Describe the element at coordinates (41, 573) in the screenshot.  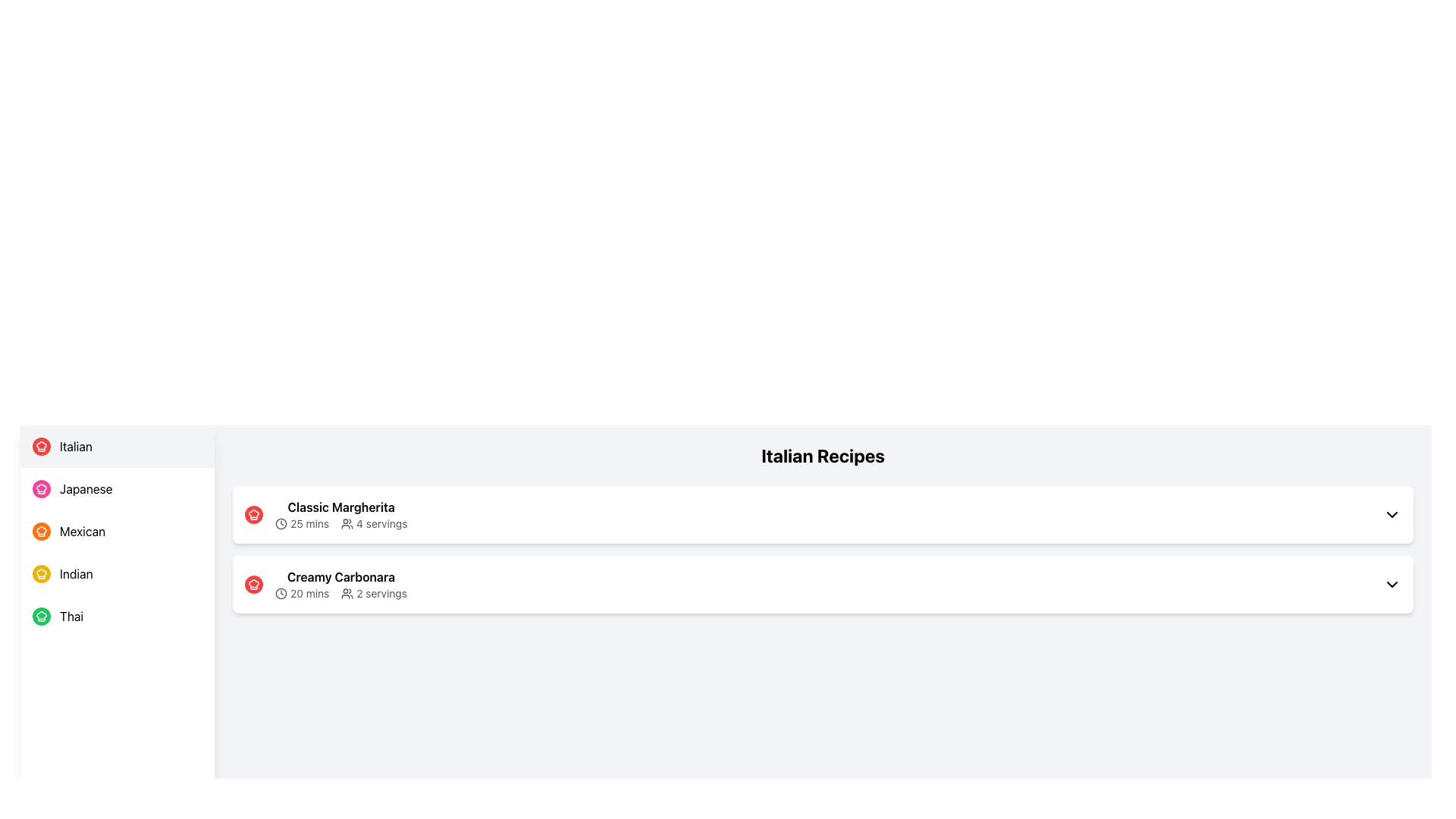
I see `the yellow circular icon with a chef hat graphic located in the left sidebar next to the text 'Indian.'` at that location.